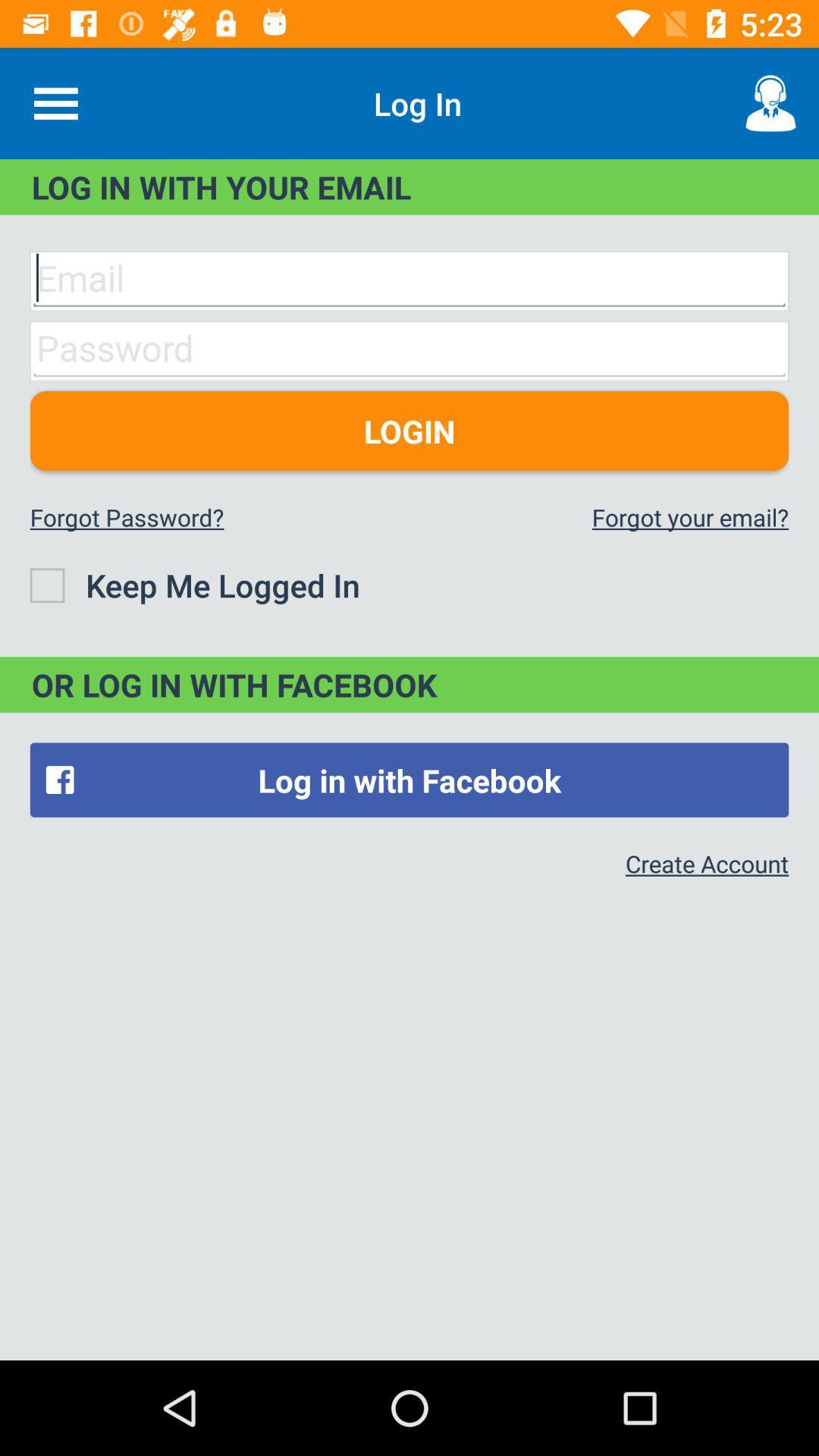  Describe the element at coordinates (194, 584) in the screenshot. I see `the keep me logged item` at that location.